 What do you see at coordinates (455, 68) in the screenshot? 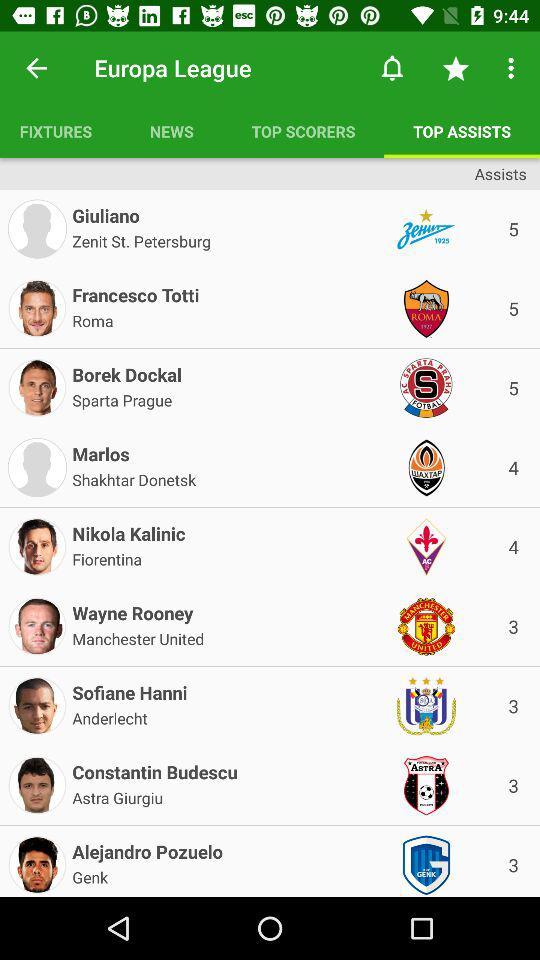
I see `item above top assists` at bounding box center [455, 68].